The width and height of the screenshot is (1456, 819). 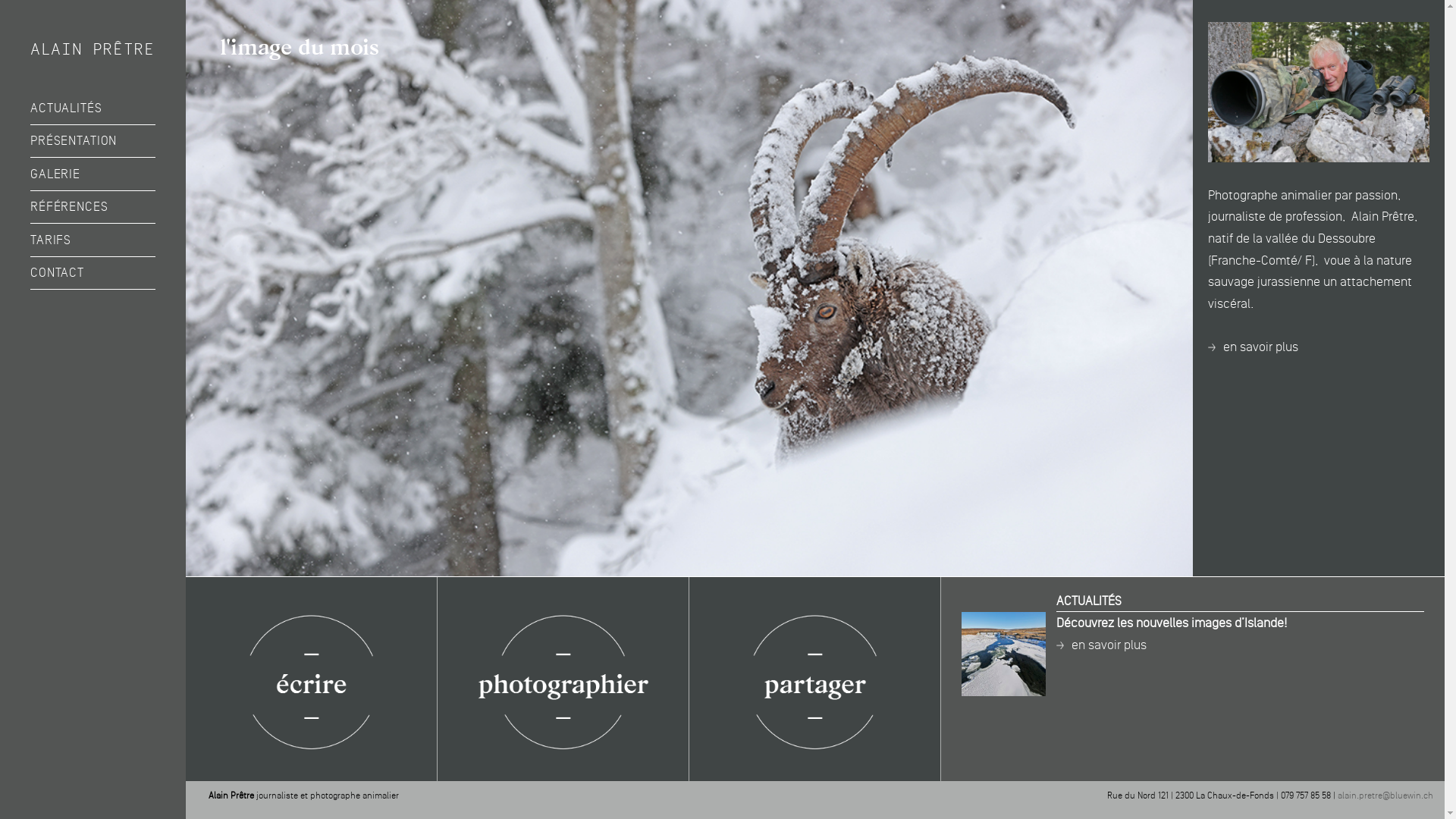 What do you see at coordinates (92, 133) in the screenshot?
I see `'ouvrir le sous-menu'` at bounding box center [92, 133].